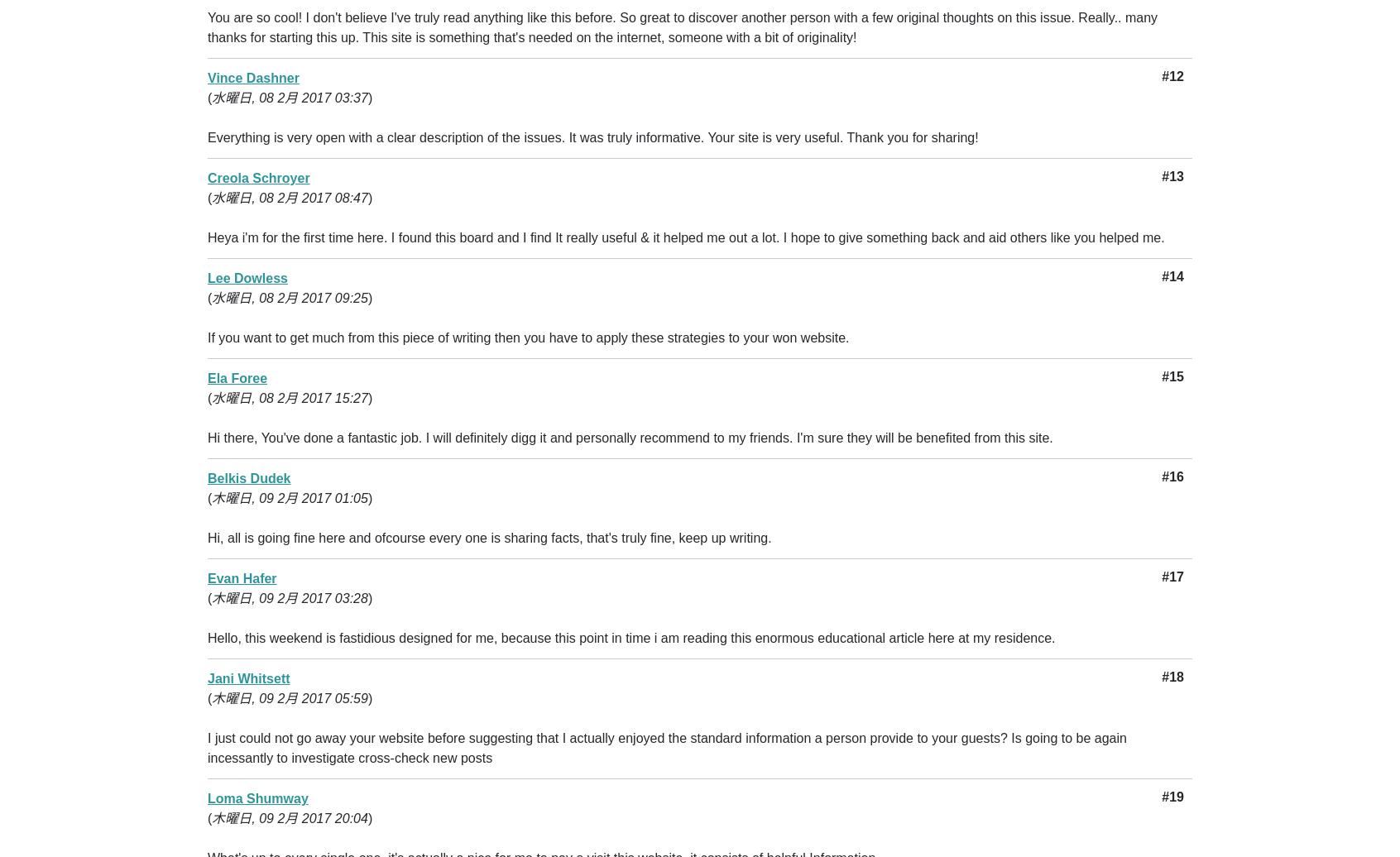 This screenshot has height=857, width=1400. I want to click on '水曜日, 08 2月 2017 08:47', so click(289, 198).